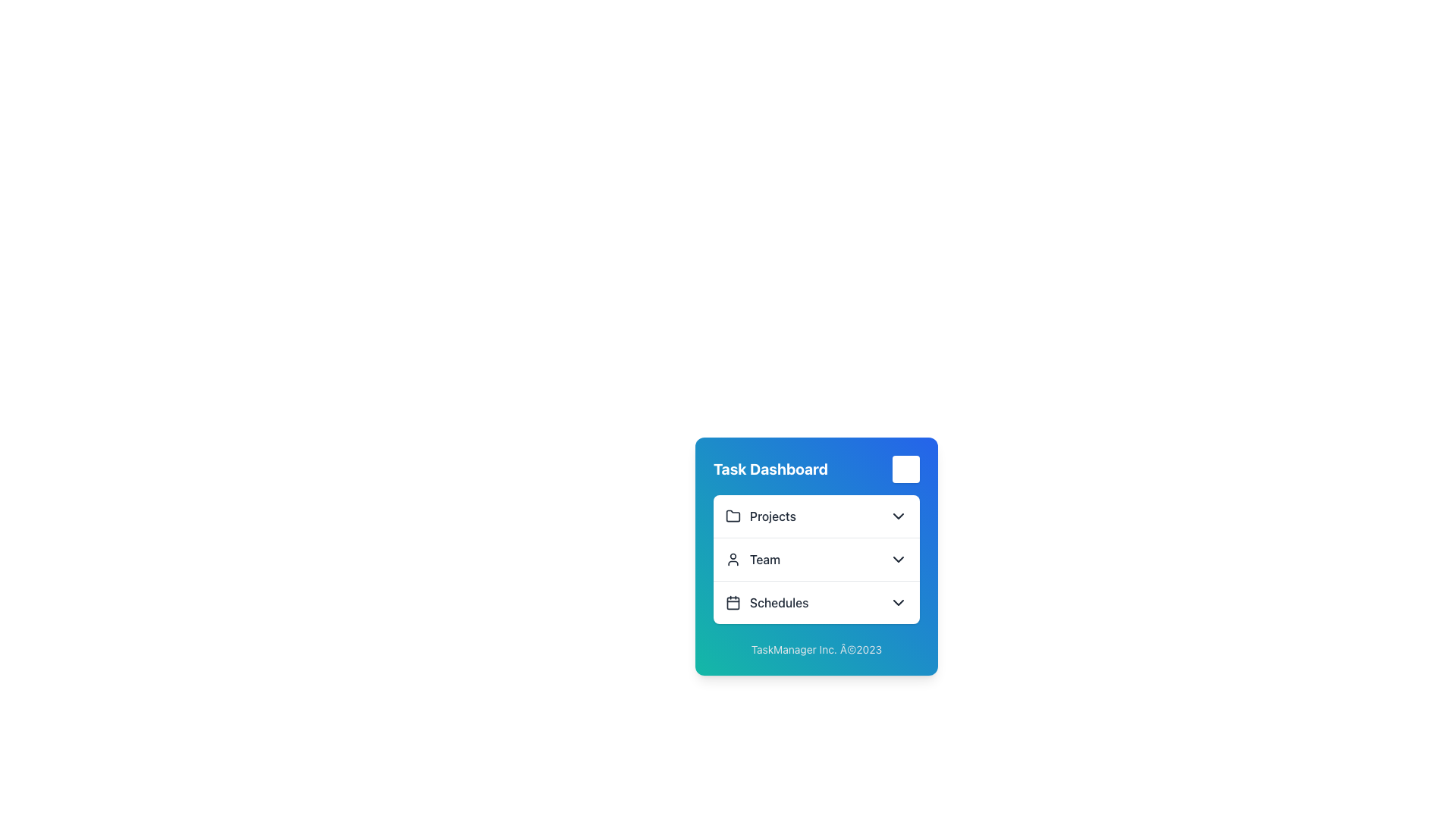 This screenshot has height=819, width=1456. Describe the element at coordinates (815, 601) in the screenshot. I see `the 'Schedules' dropdown button located below the 'Team' dropdown in the 'Task Dashboard' card` at that location.